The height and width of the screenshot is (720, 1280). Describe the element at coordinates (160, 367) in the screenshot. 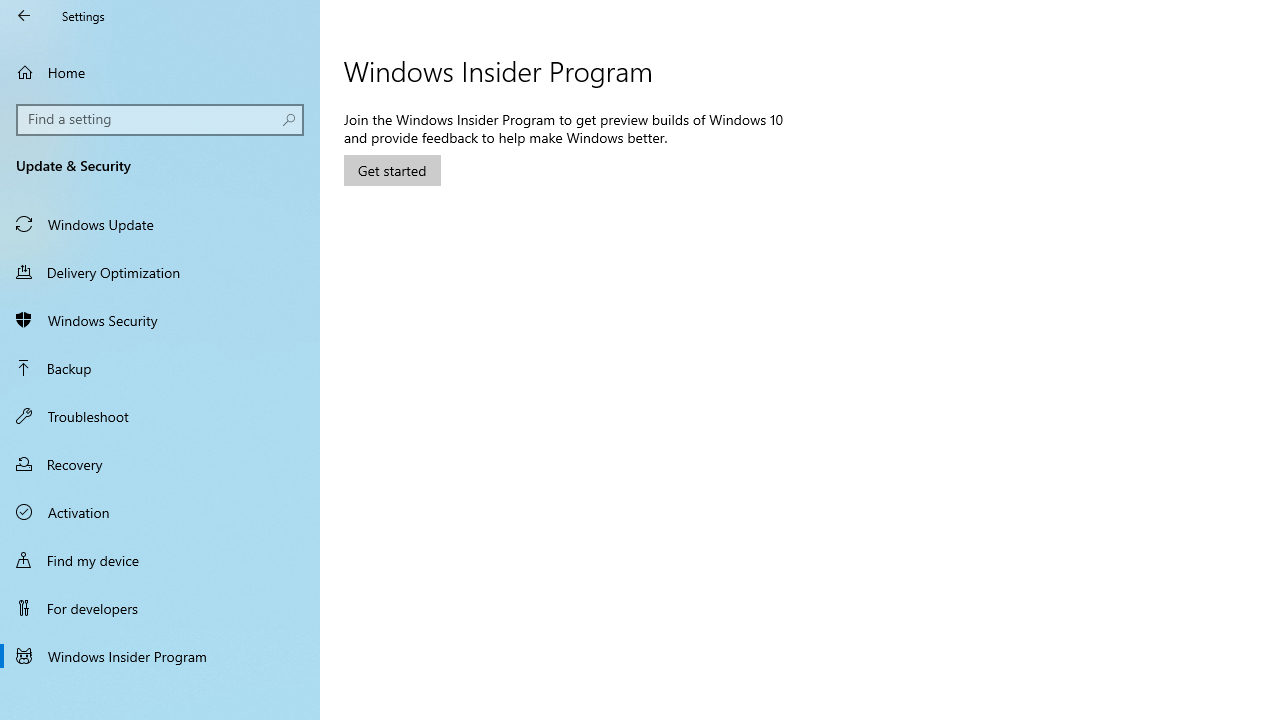

I see `'Backup'` at that location.